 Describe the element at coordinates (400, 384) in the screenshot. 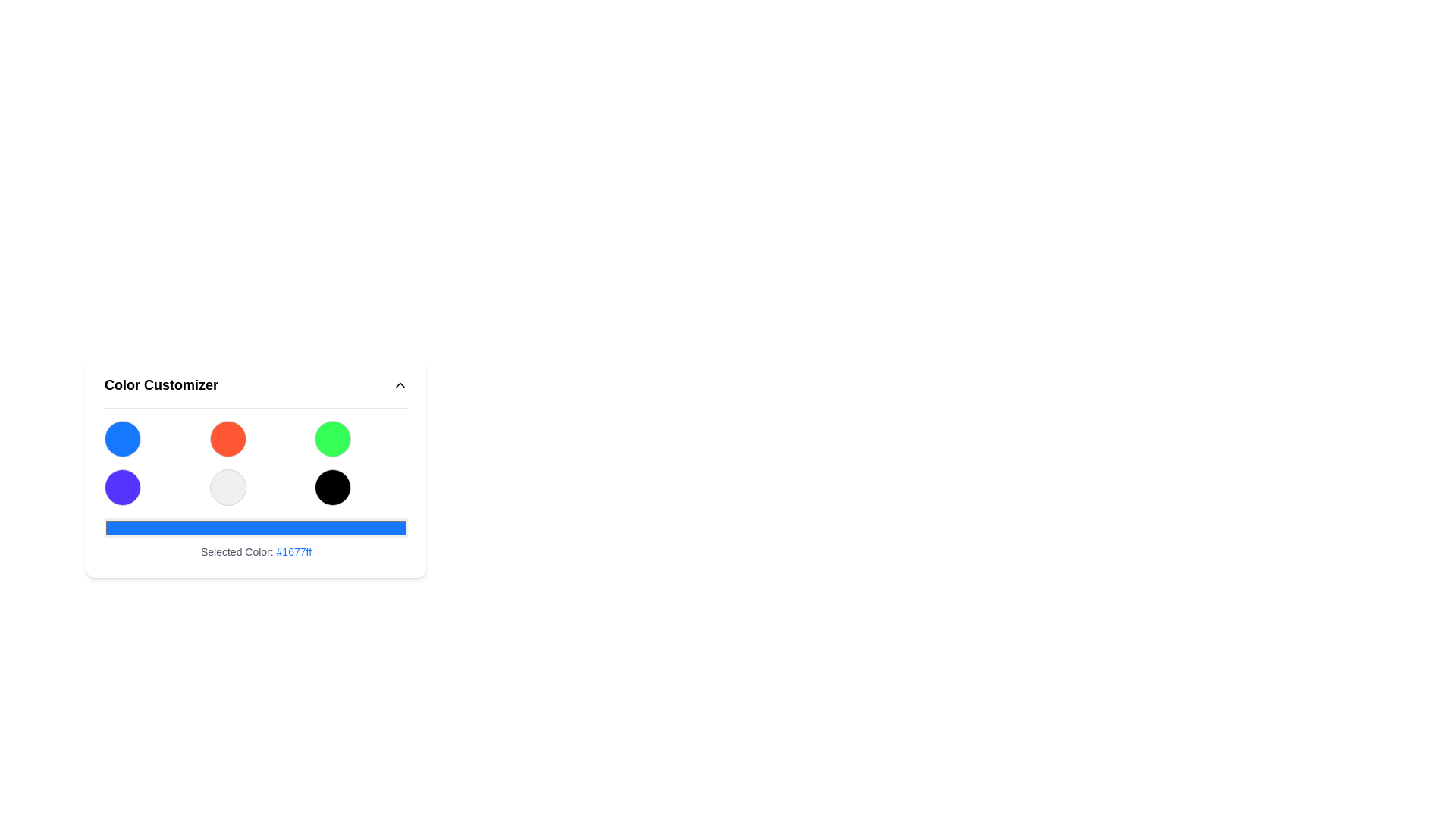

I see `the upward-pointing chevron icon located to the right of the 'Color Customizer' label` at that location.